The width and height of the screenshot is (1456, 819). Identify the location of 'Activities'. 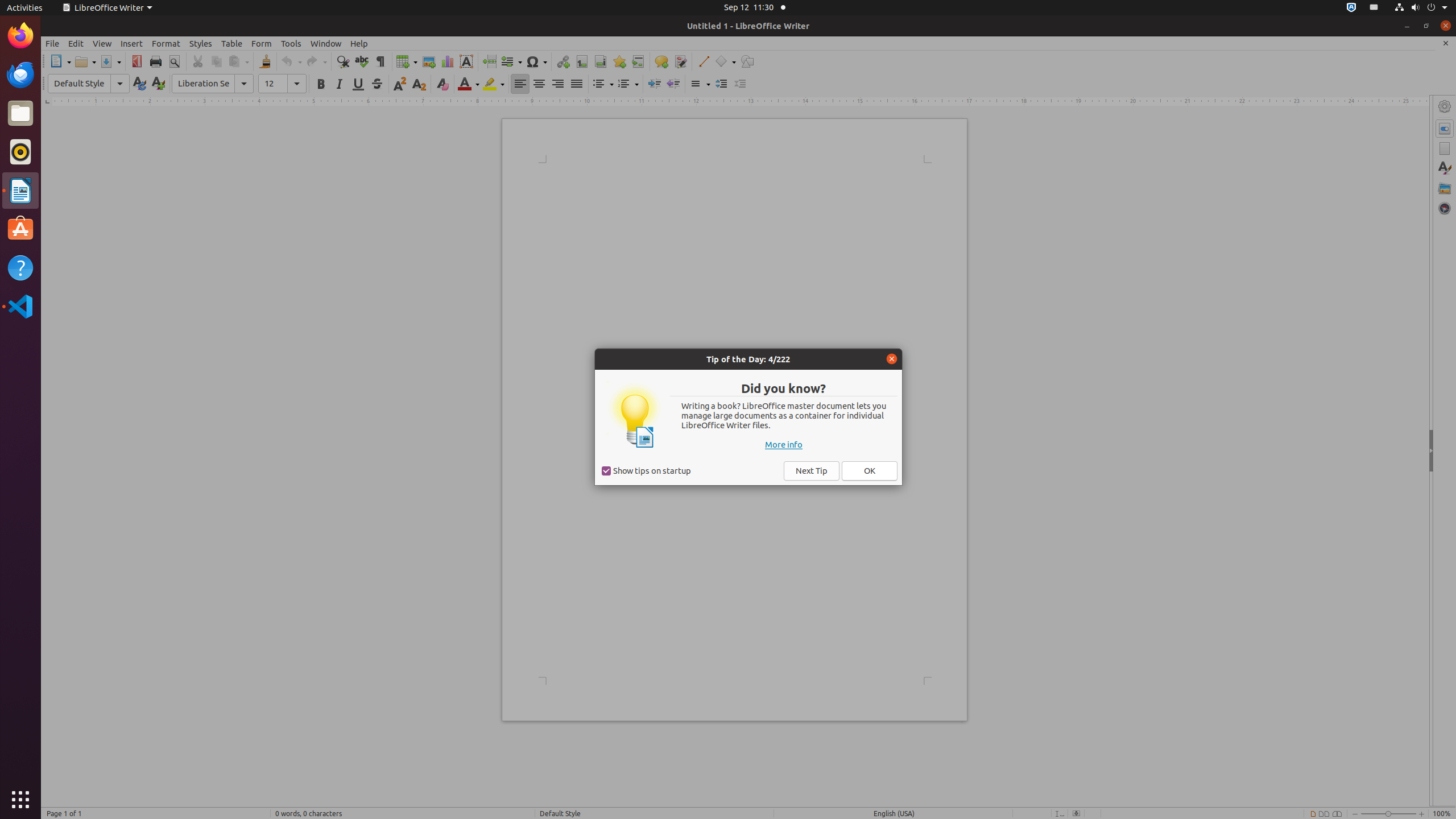
(24, 7).